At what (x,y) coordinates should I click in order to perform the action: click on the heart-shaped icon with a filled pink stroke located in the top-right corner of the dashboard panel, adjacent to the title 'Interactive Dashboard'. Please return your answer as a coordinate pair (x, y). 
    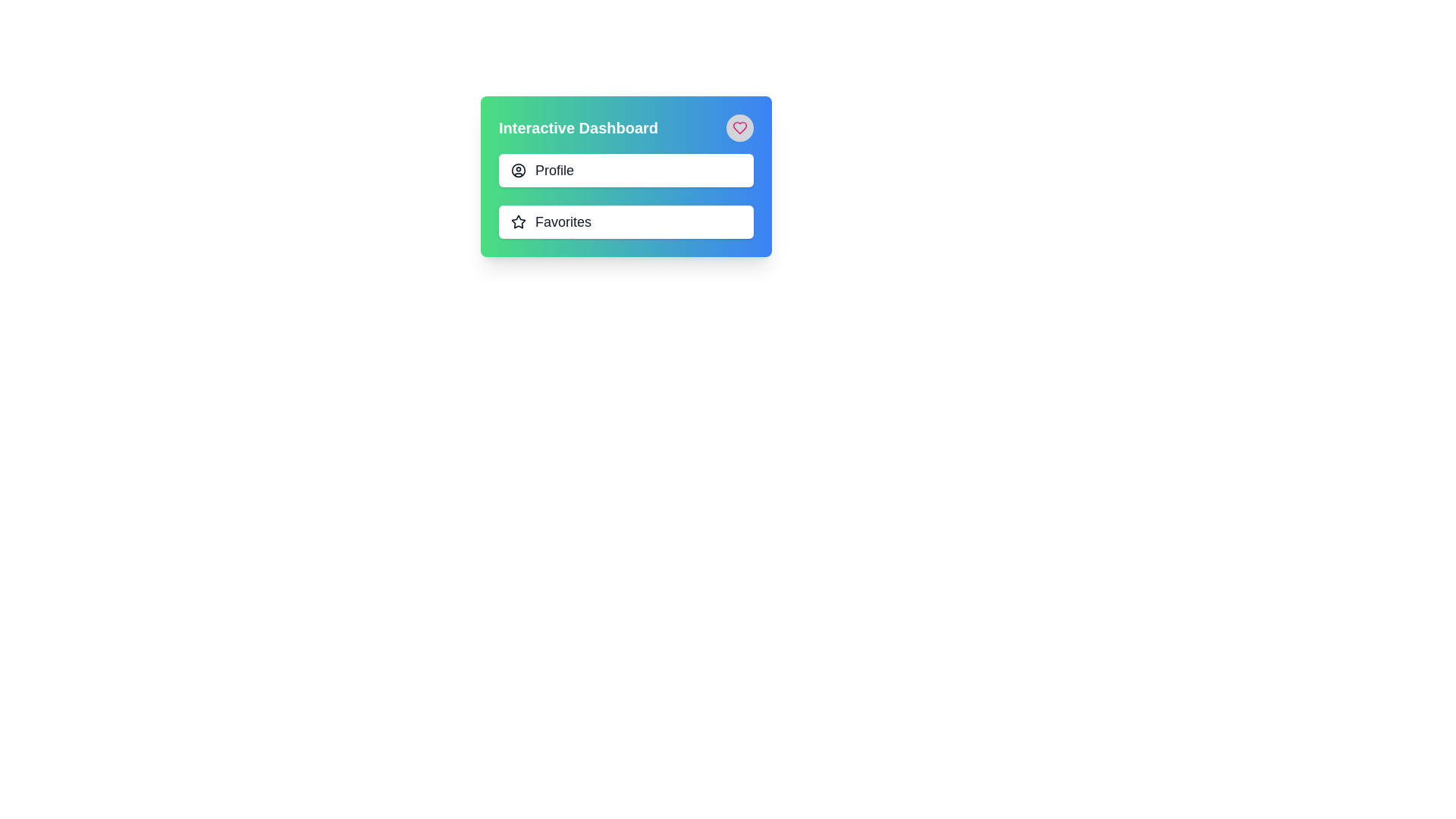
    Looking at the image, I should click on (739, 127).